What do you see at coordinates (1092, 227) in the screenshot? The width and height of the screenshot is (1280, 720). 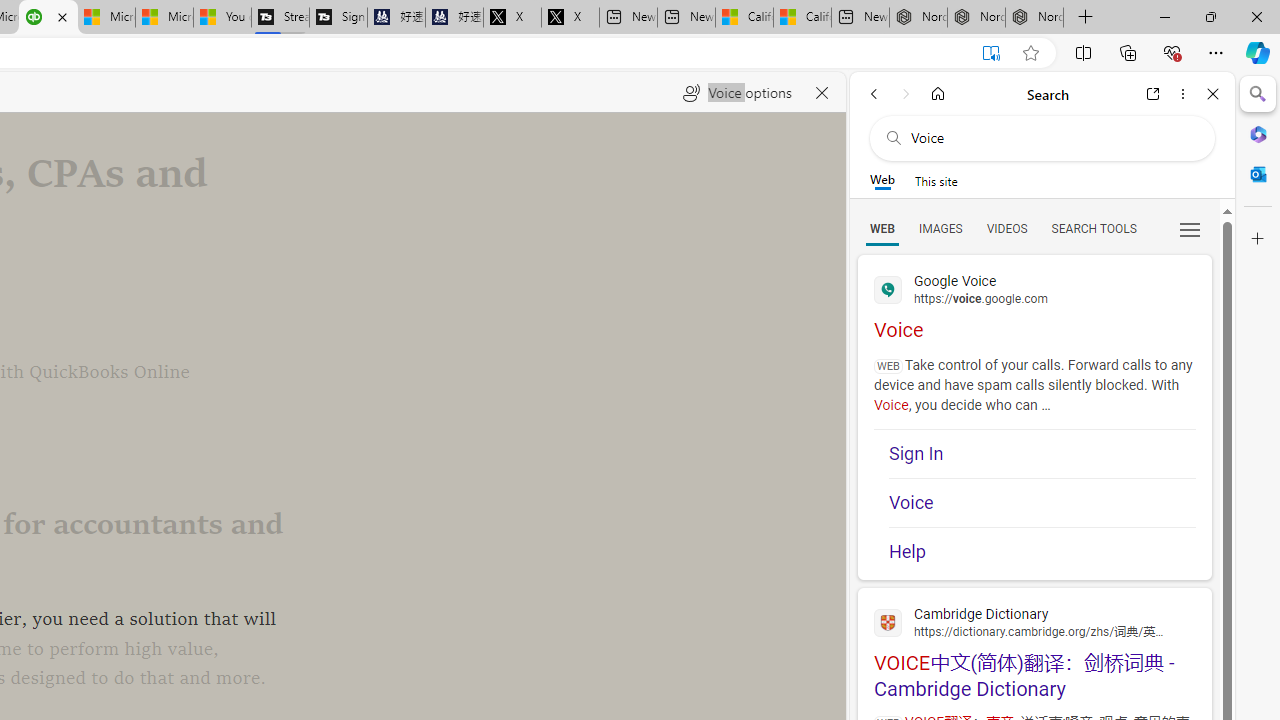 I see `'Search Filter, Search Tools'` at bounding box center [1092, 227].